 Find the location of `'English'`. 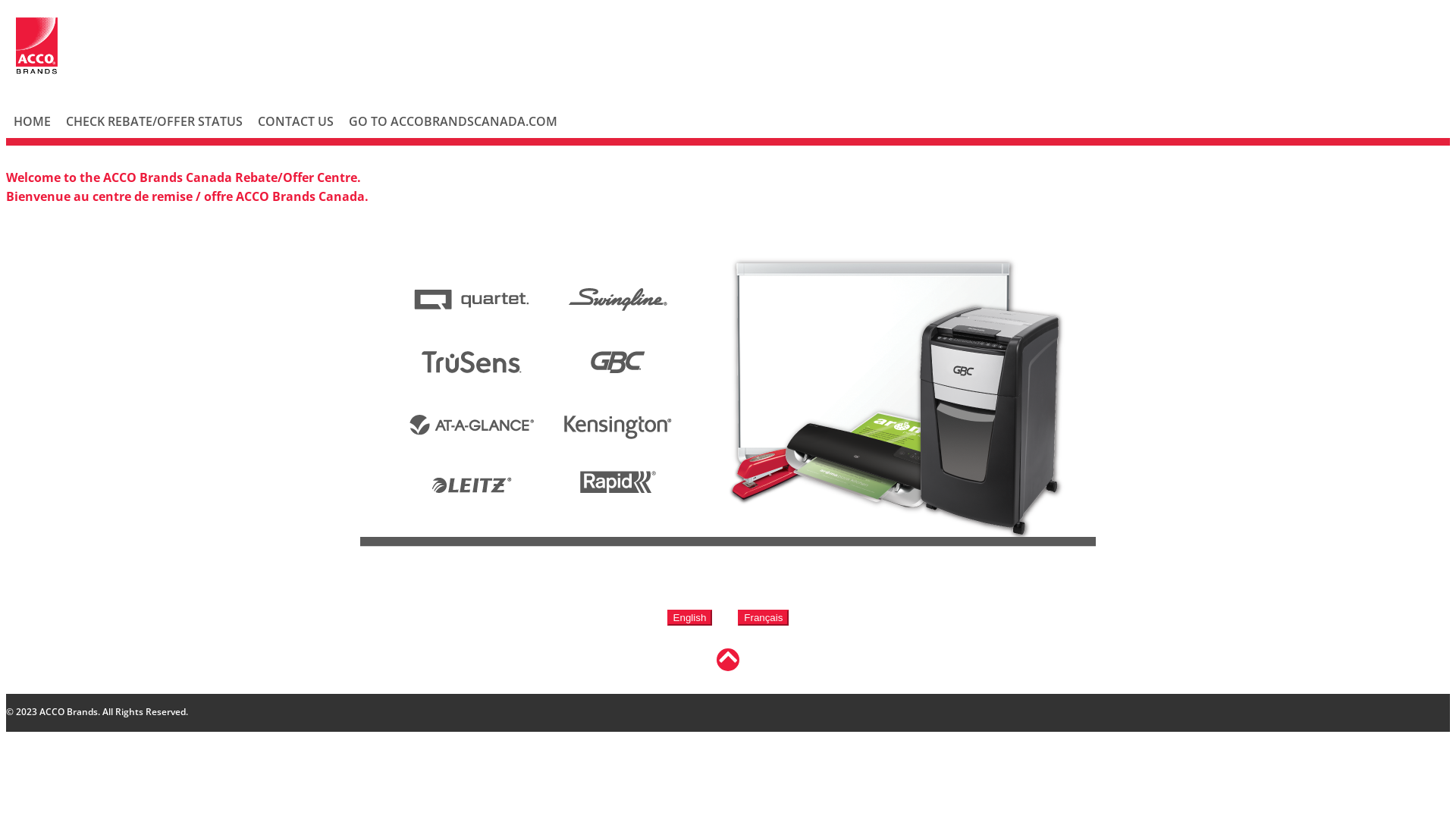

'English' is located at coordinates (689, 617).